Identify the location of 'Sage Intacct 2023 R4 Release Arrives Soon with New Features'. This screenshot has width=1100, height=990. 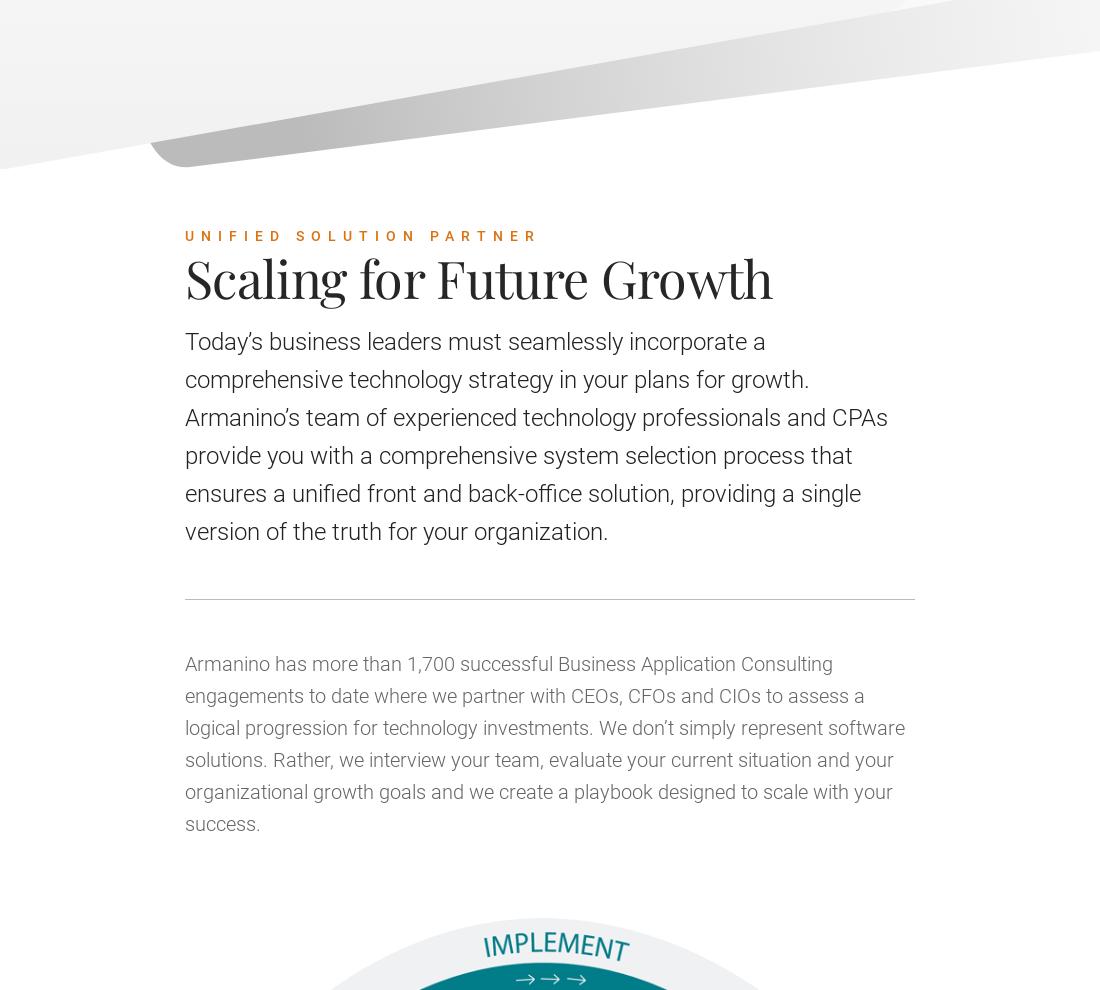
(439, 107).